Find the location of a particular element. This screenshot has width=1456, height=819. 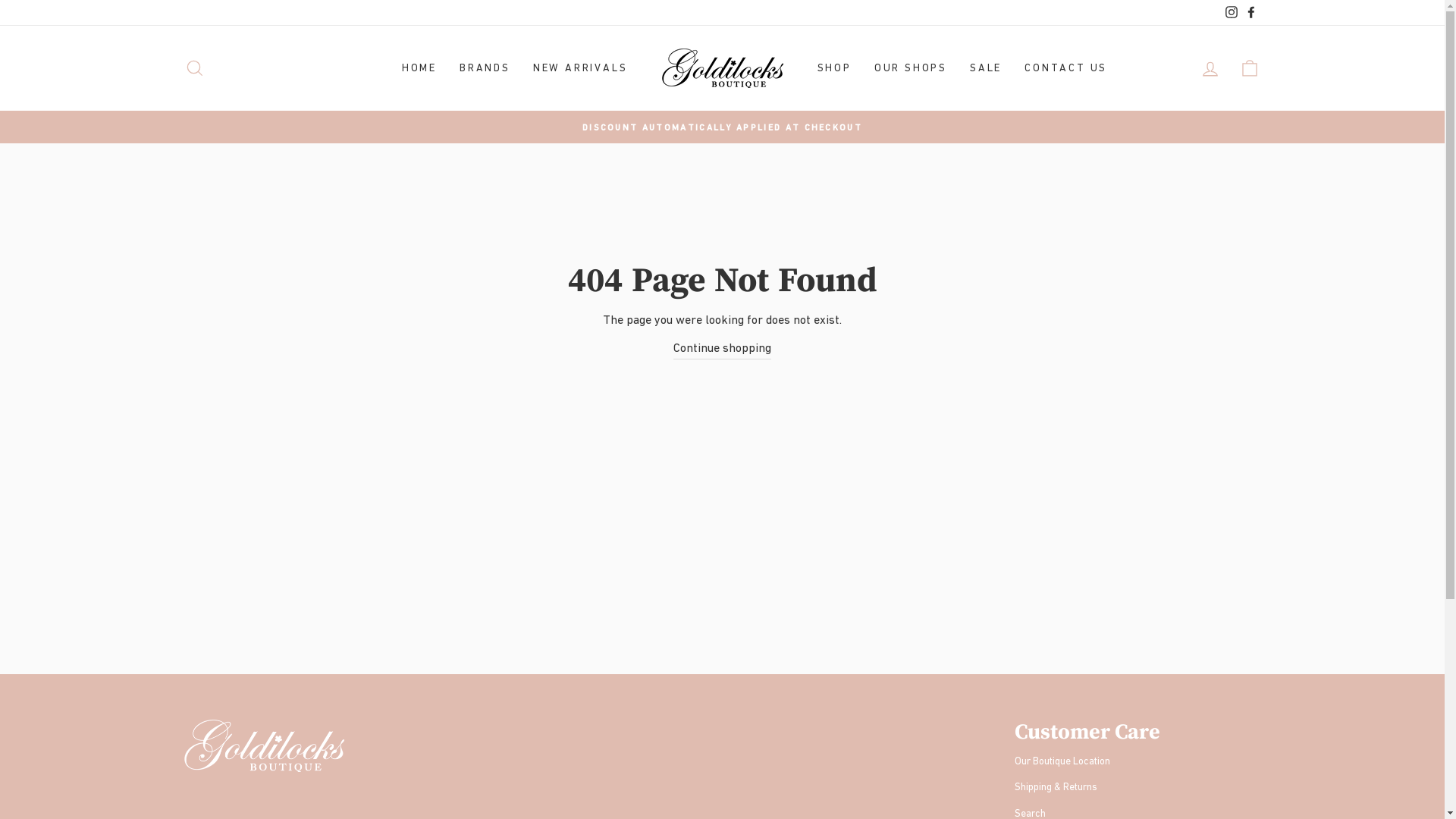

'CART' is located at coordinates (1249, 68).